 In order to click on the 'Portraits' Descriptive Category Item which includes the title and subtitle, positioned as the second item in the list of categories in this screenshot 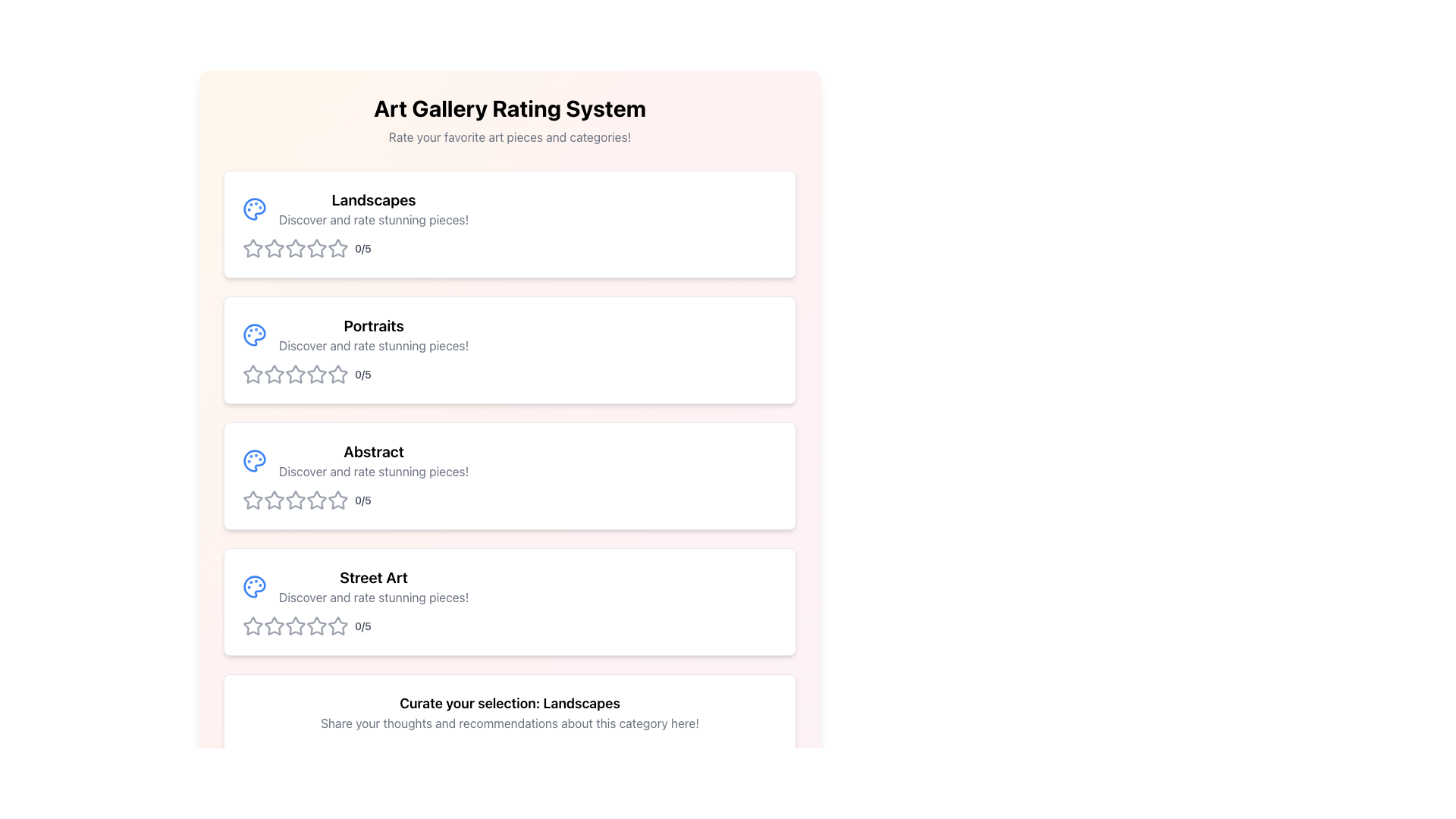, I will do `click(510, 334)`.